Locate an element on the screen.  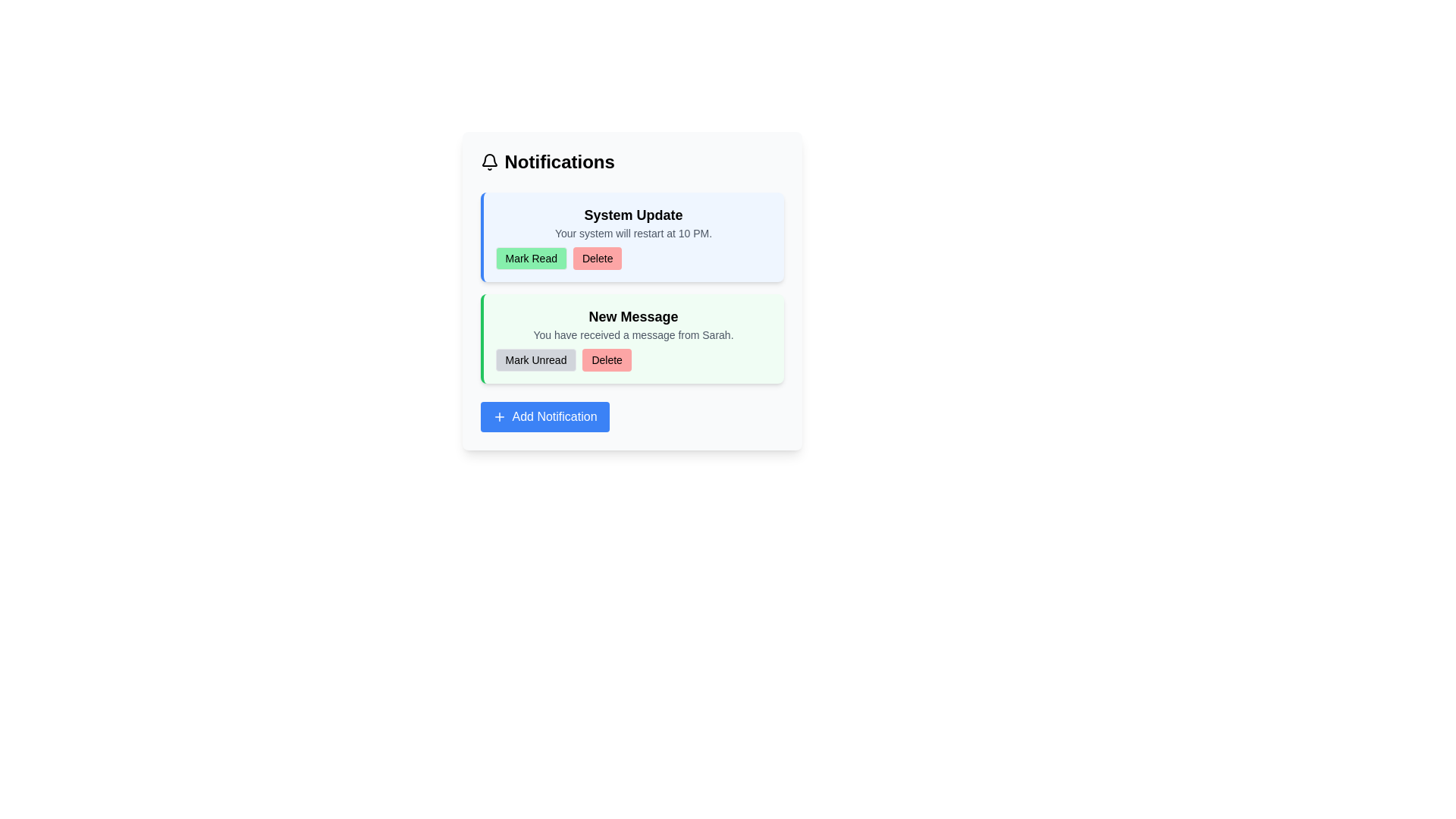
the text label that serves as the title for the notification, located below the 'System Update' card in the notification list is located at coordinates (633, 315).